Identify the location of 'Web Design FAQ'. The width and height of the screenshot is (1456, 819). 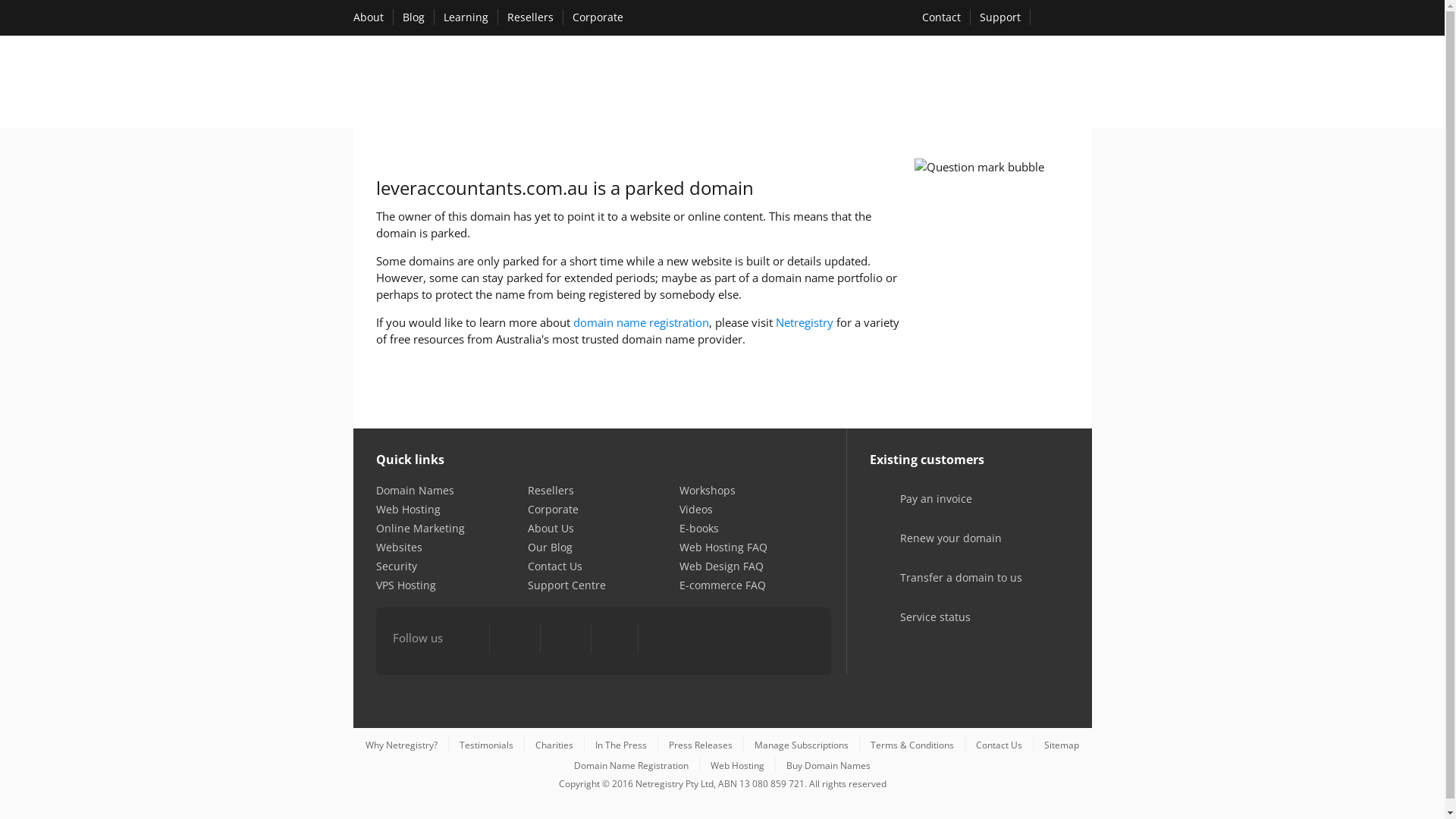
(720, 566).